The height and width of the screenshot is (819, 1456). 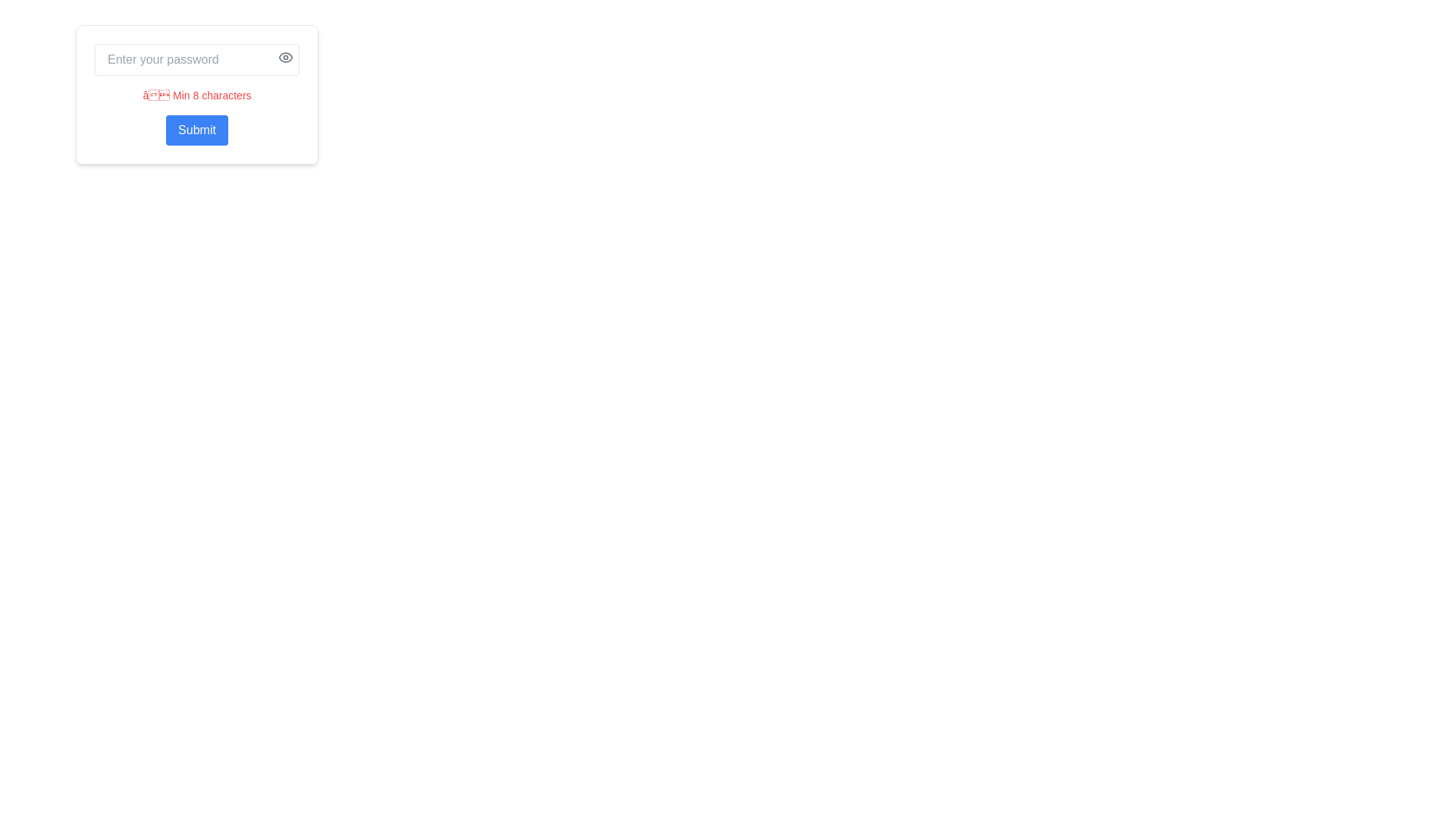 What do you see at coordinates (196, 94) in the screenshot?
I see `the error guidance message text label indicating the password requirement, which is located below the password input field and above the submit button` at bounding box center [196, 94].